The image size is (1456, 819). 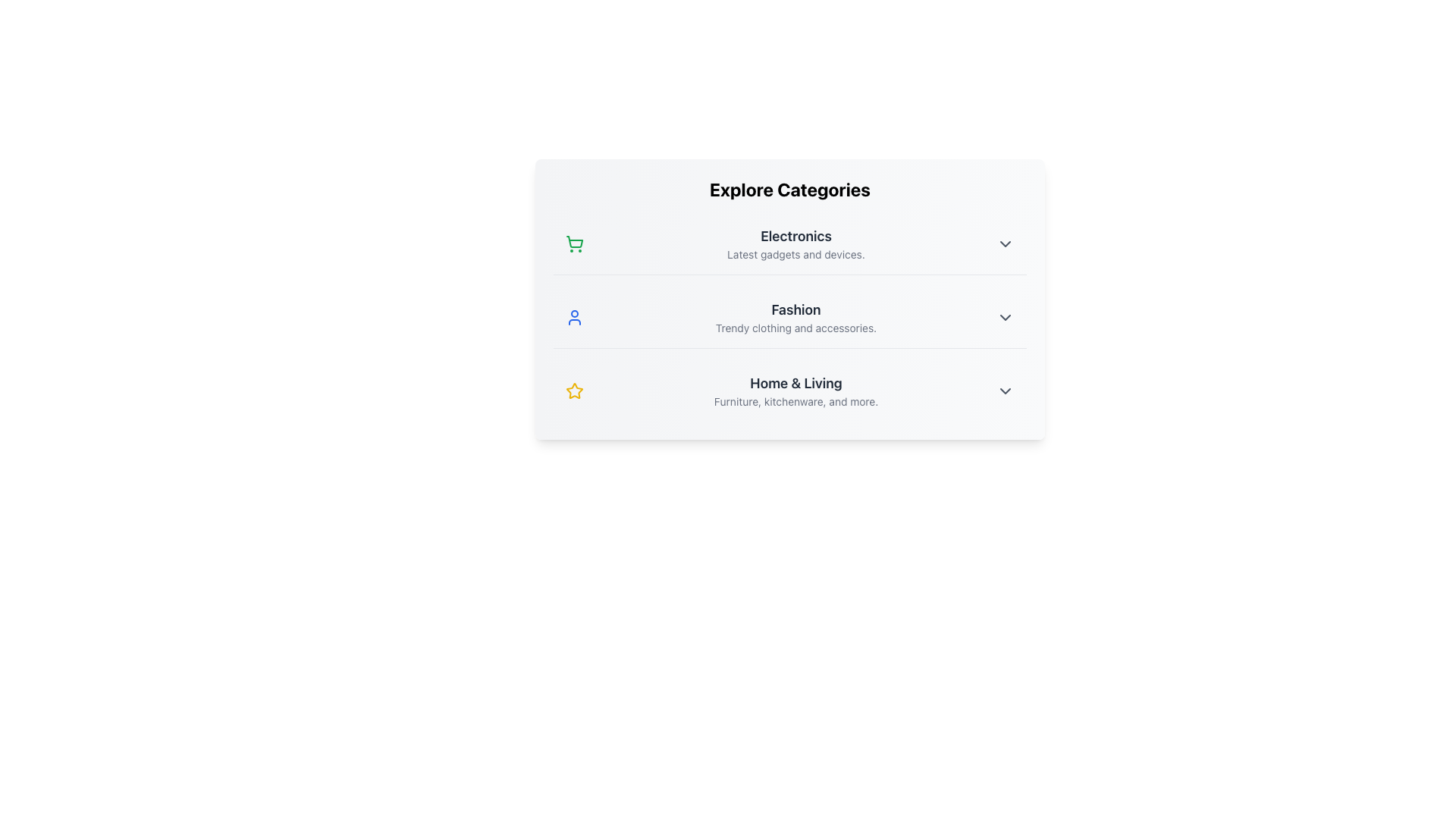 What do you see at coordinates (795, 391) in the screenshot?
I see `the 'Home & Living' category label, which is the third item in the 'Explore Categories' section` at bounding box center [795, 391].